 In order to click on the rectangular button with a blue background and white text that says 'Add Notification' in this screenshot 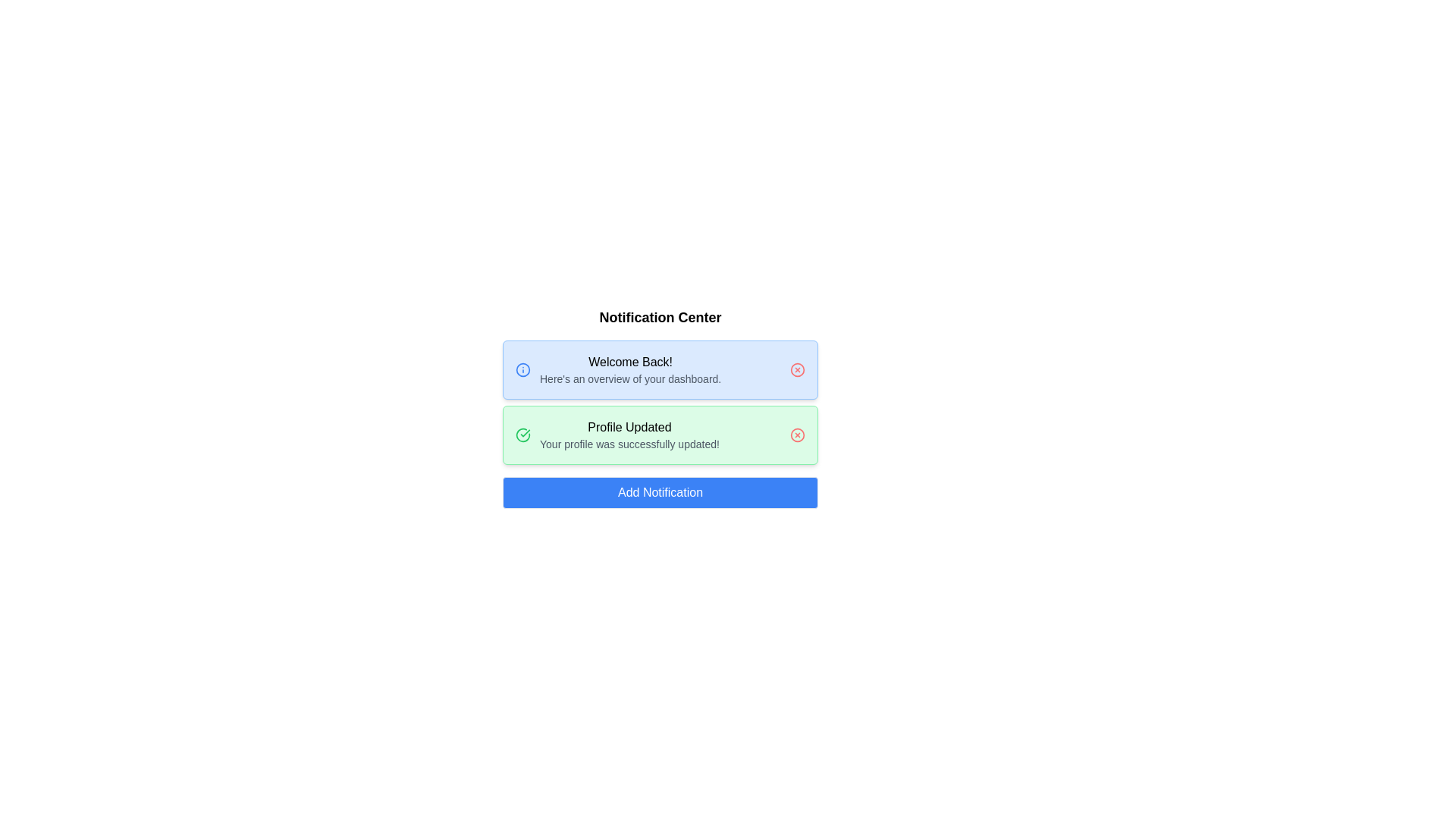, I will do `click(660, 493)`.